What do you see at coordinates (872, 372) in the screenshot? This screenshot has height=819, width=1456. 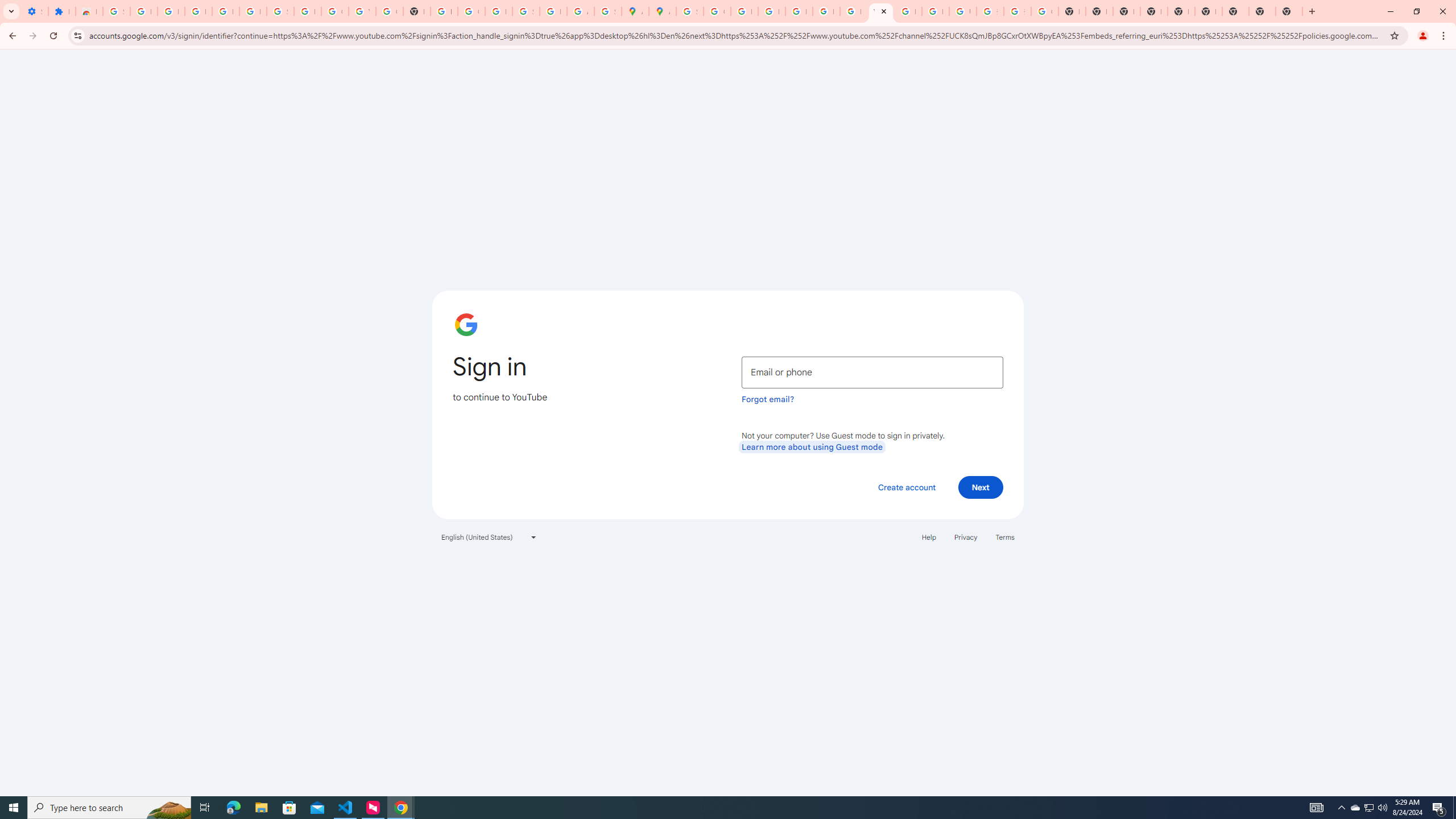 I see `'Email or phone'` at bounding box center [872, 372].